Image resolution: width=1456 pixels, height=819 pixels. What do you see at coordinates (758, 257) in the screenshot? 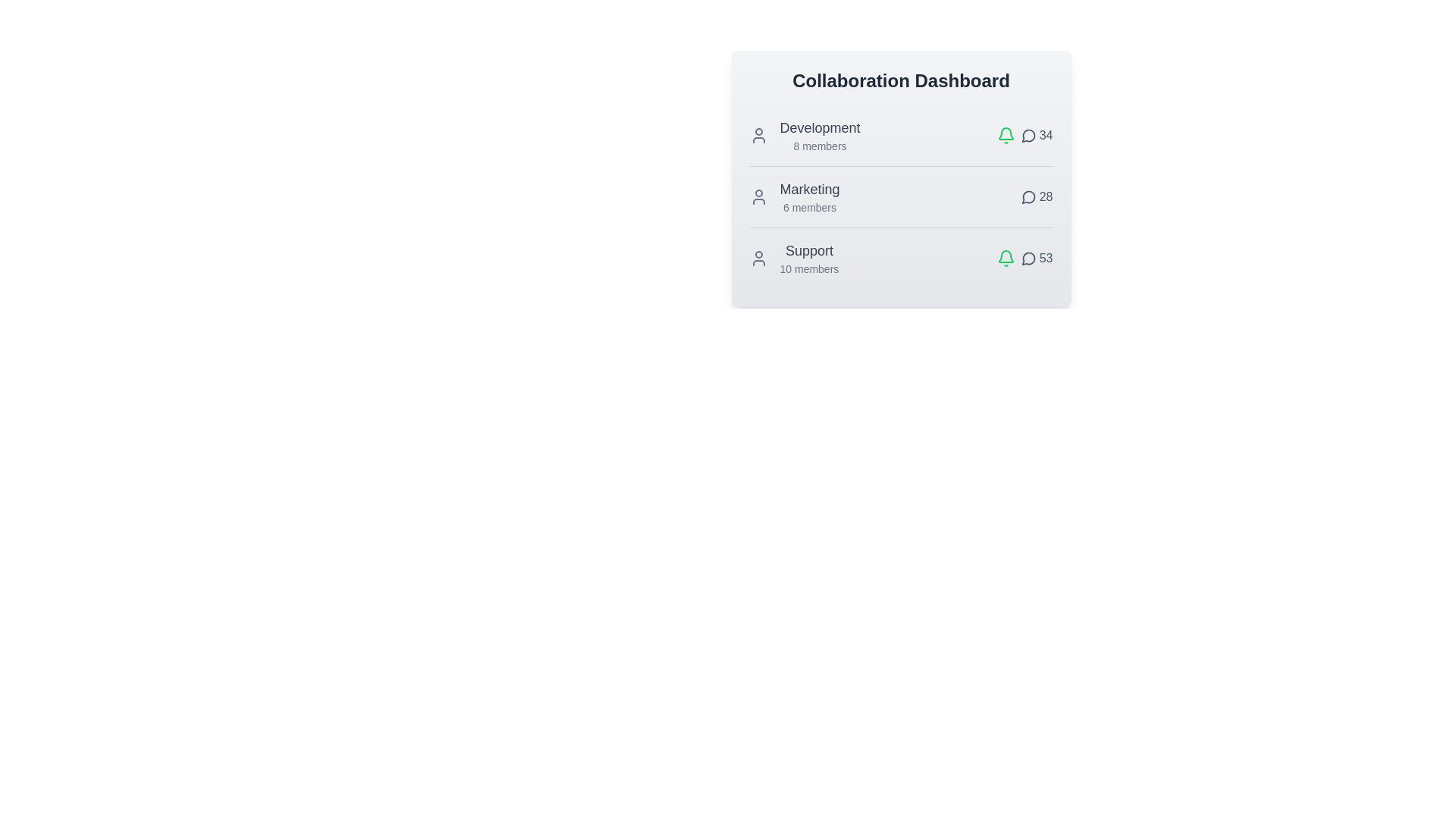
I see `the user icon of the Support team` at bounding box center [758, 257].